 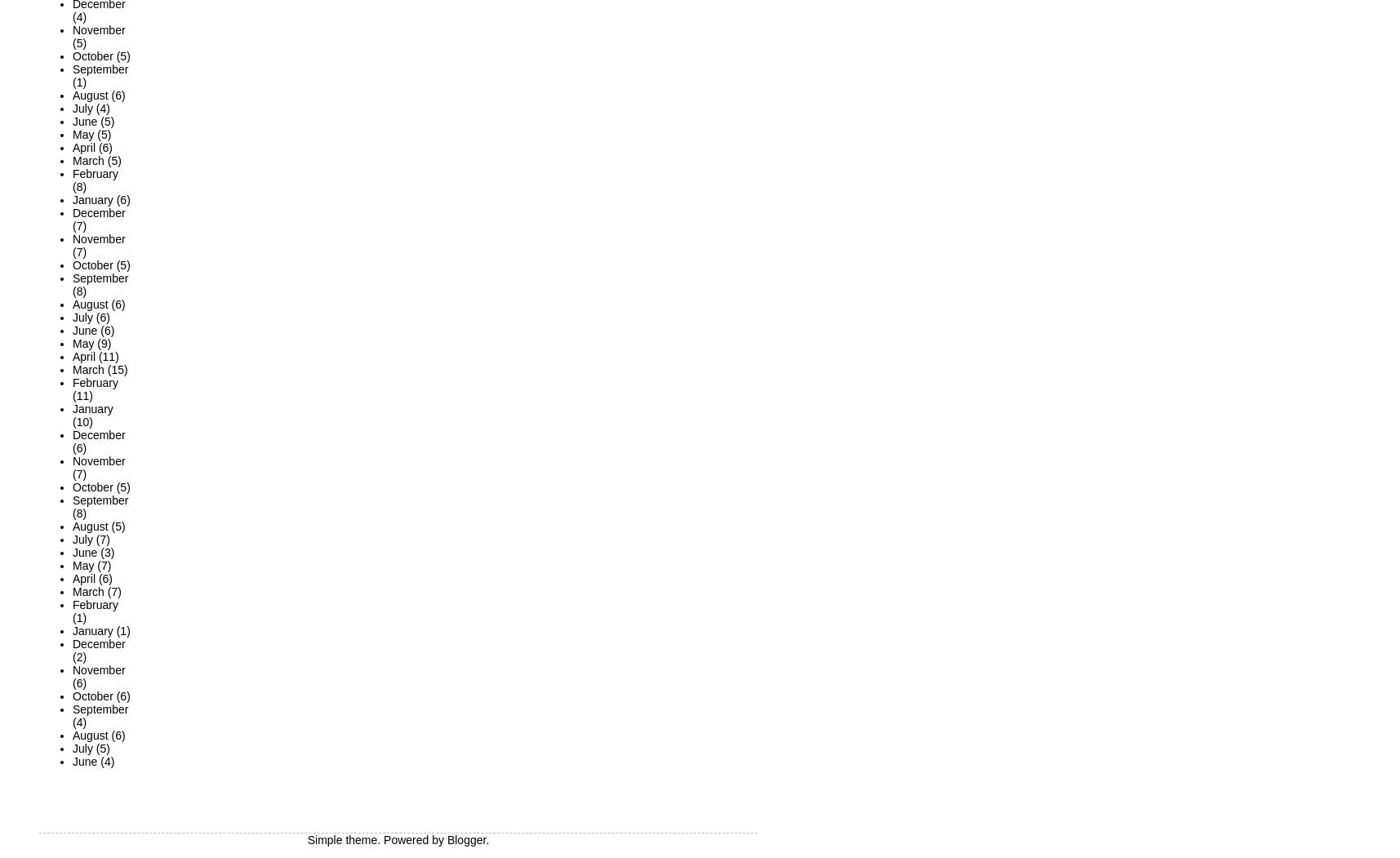 What do you see at coordinates (464, 838) in the screenshot?
I see `'Blogger'` at bounding box center [464, 838].